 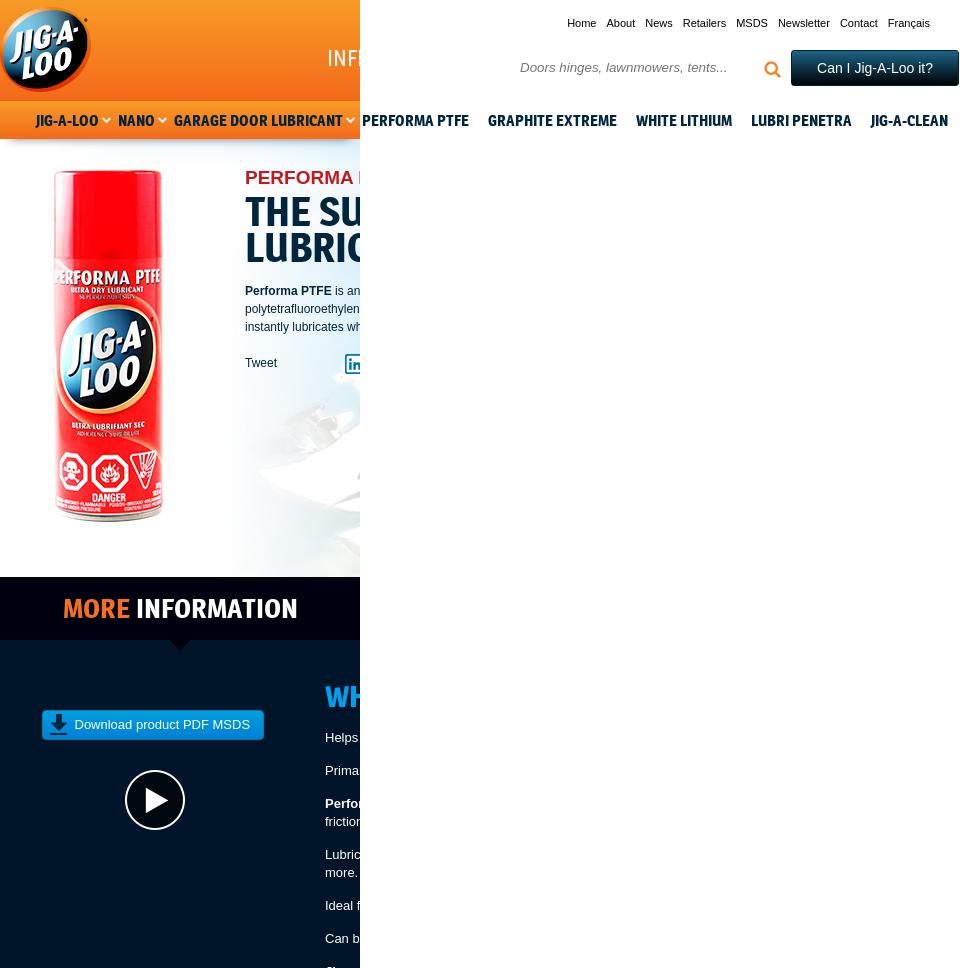 What do you see at coordinates (412, 57) in the screenshot?
I see `'Infinite uses and'` at bounding box center [412, 57].